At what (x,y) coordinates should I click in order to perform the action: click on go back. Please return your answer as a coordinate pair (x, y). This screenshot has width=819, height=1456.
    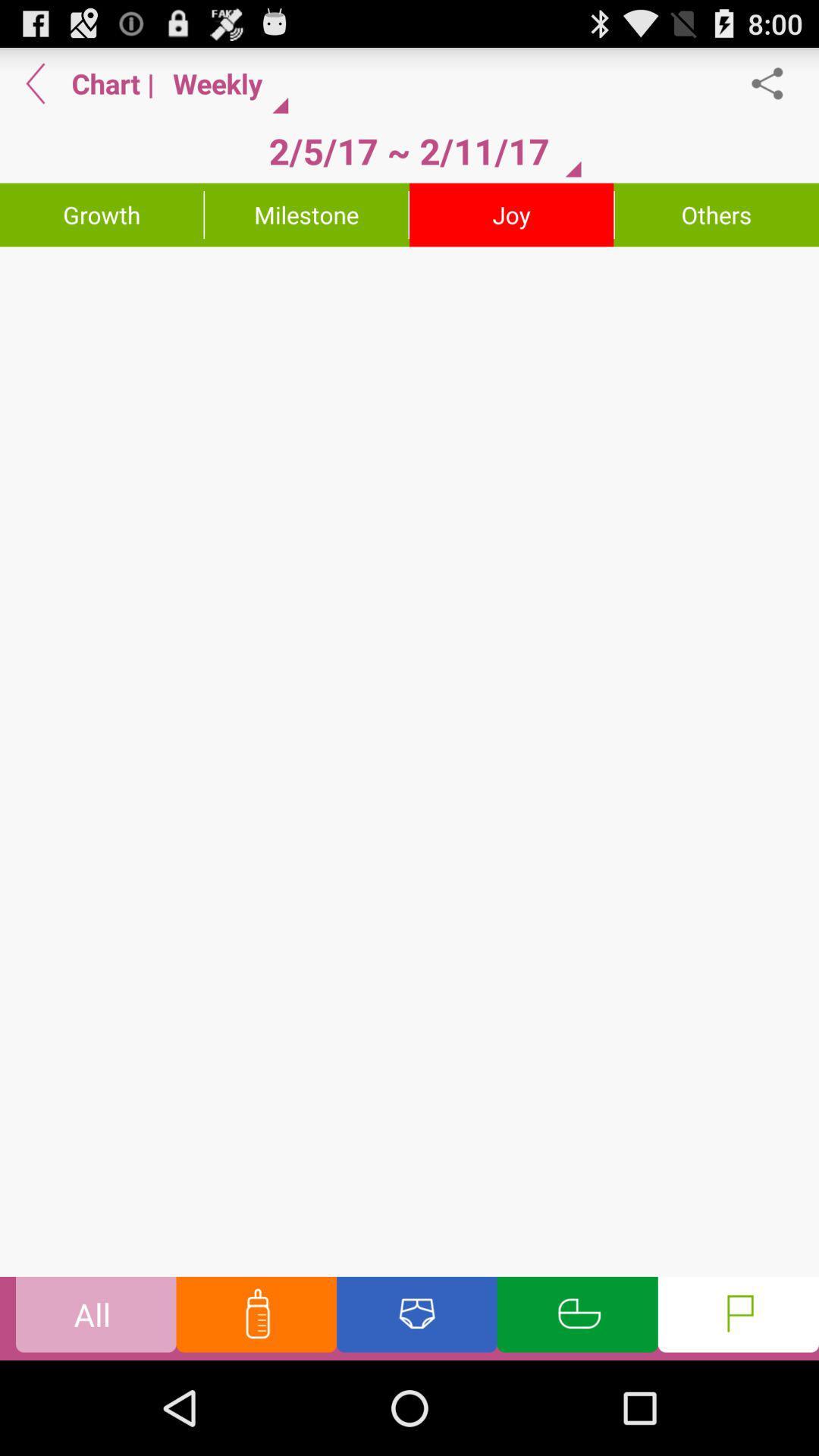
    Looking at the image, I should click on (35, 83).